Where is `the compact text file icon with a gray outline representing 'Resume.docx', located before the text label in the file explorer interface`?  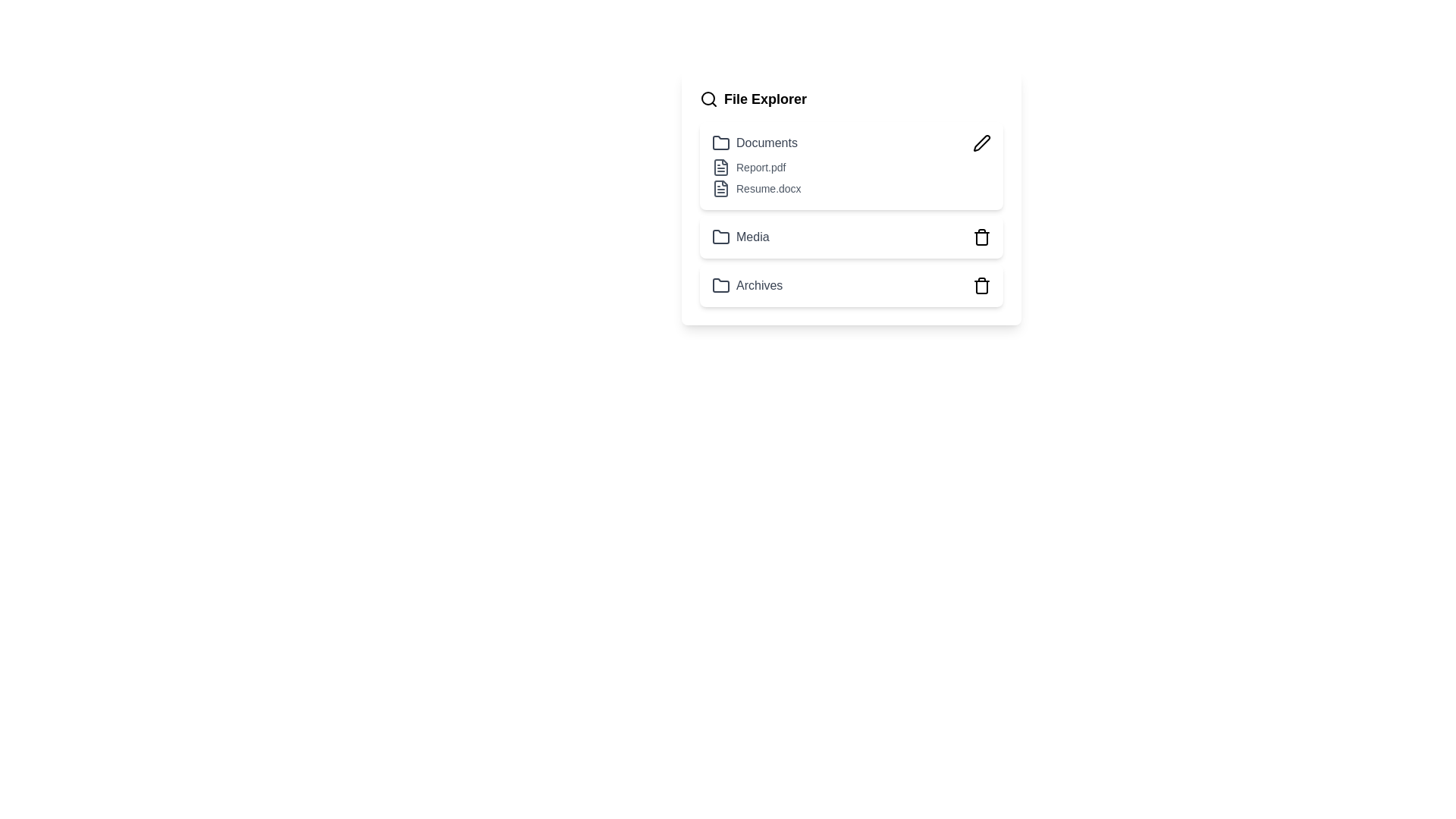 the compact text file icon with a gray outline representing 'Resume.docx', located before the text label in the file explorer interface is located at coordinates (720, 188).